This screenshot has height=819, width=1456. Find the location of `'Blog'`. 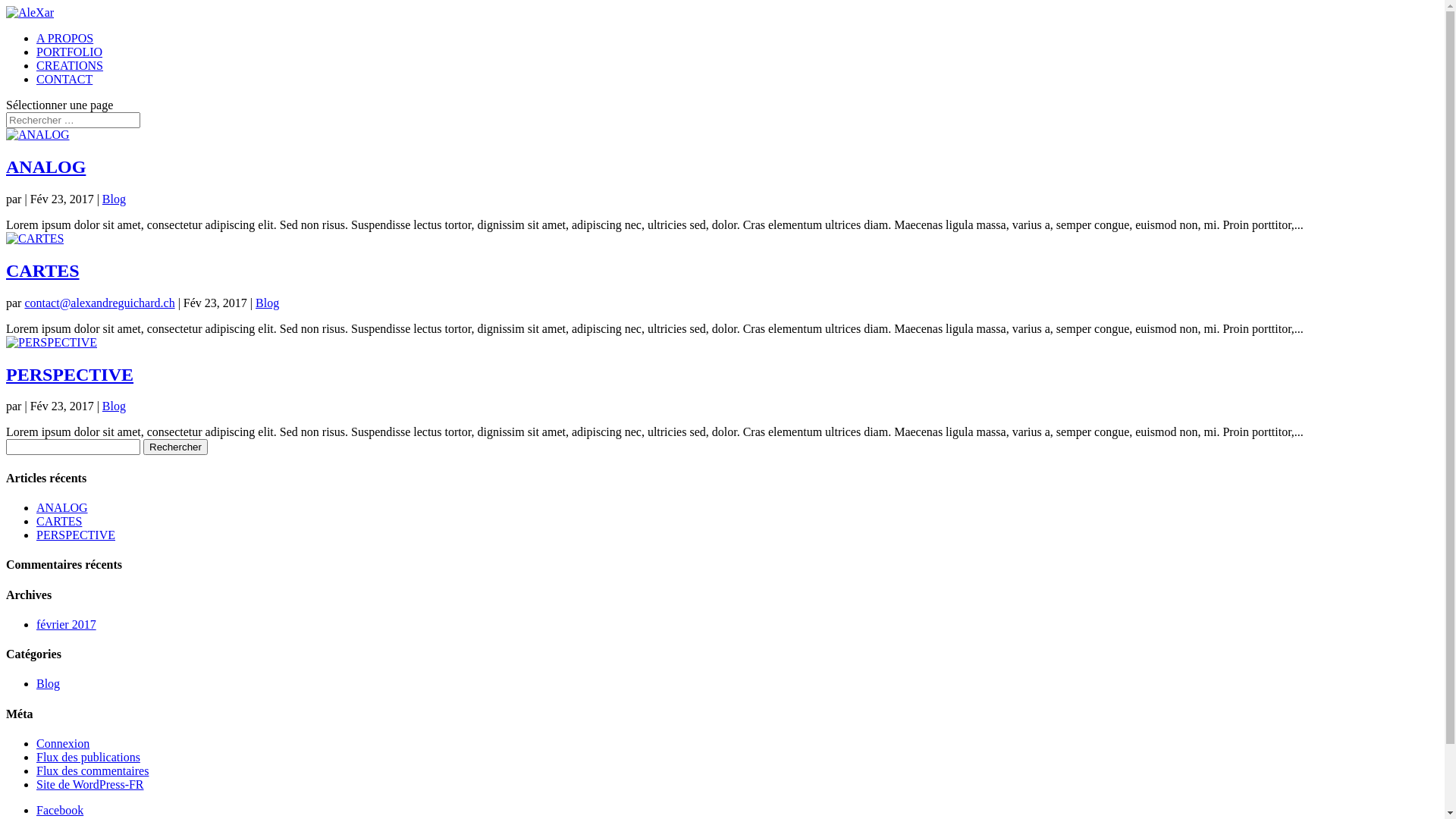

'Blog' is located at coordinates (113, 198).